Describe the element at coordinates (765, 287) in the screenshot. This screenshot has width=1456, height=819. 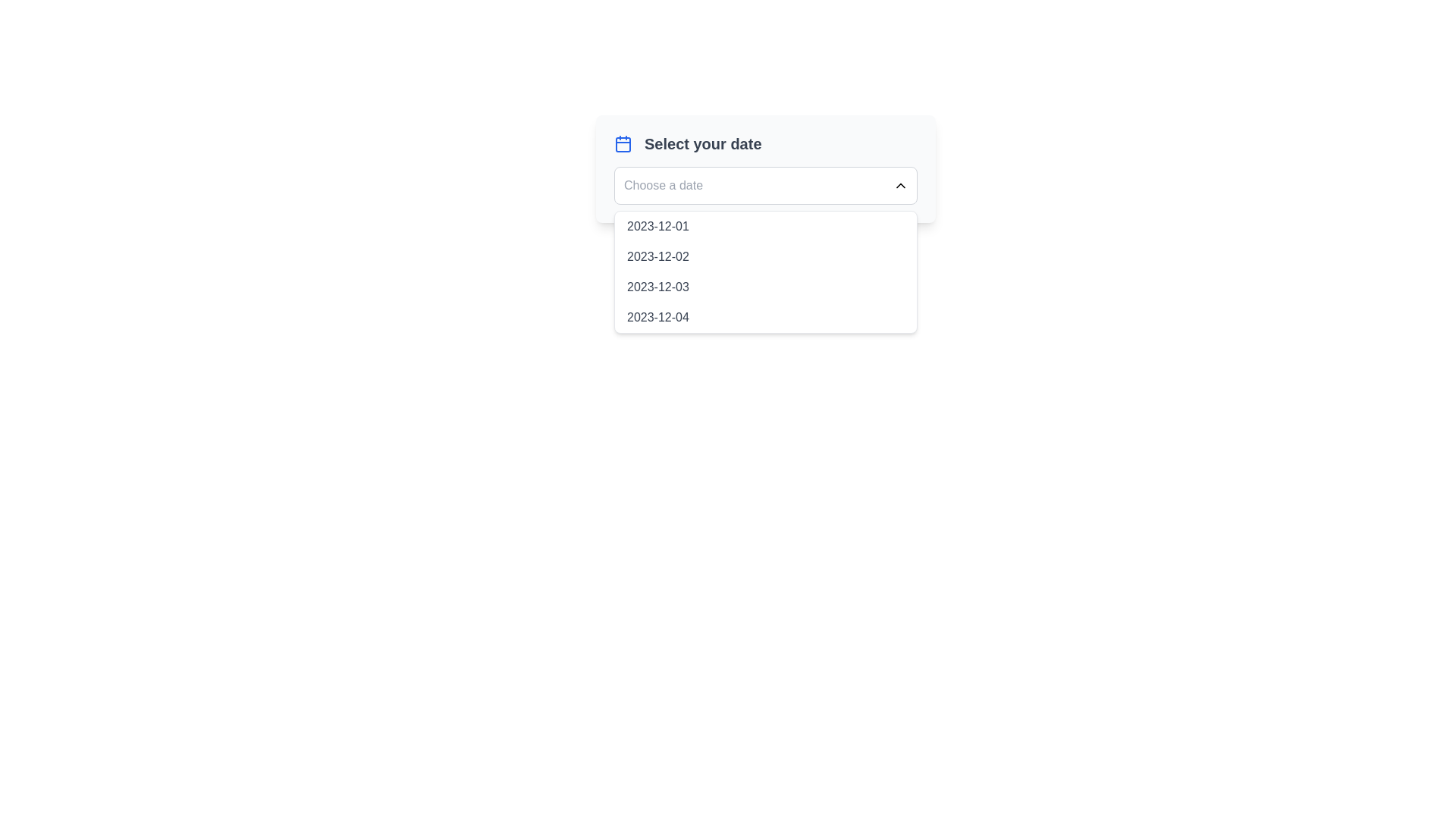
I see `the third list item in the dropdown menu that displays a date in gray font` at that location.